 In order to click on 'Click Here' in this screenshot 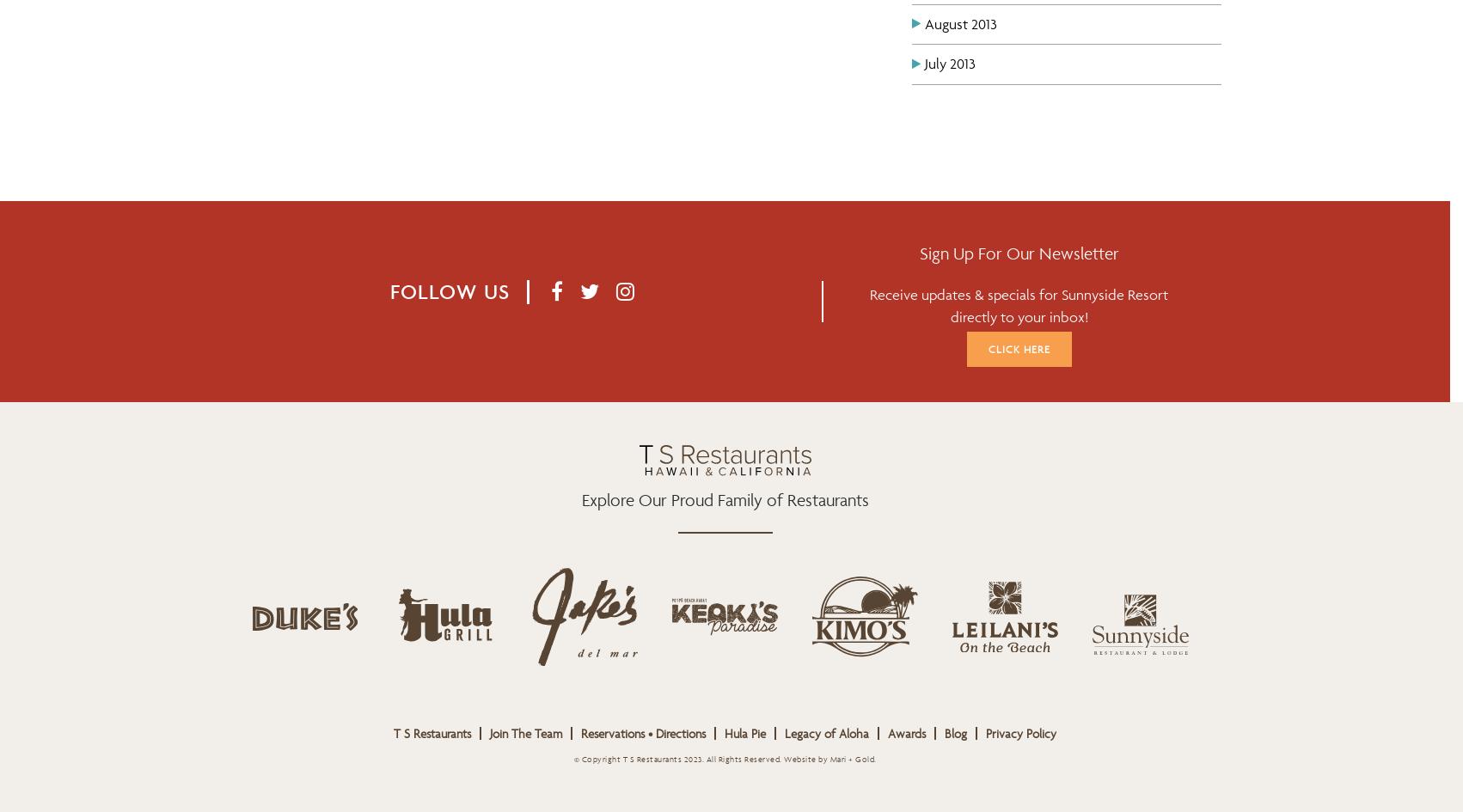, I will do `click(988, 348)`.